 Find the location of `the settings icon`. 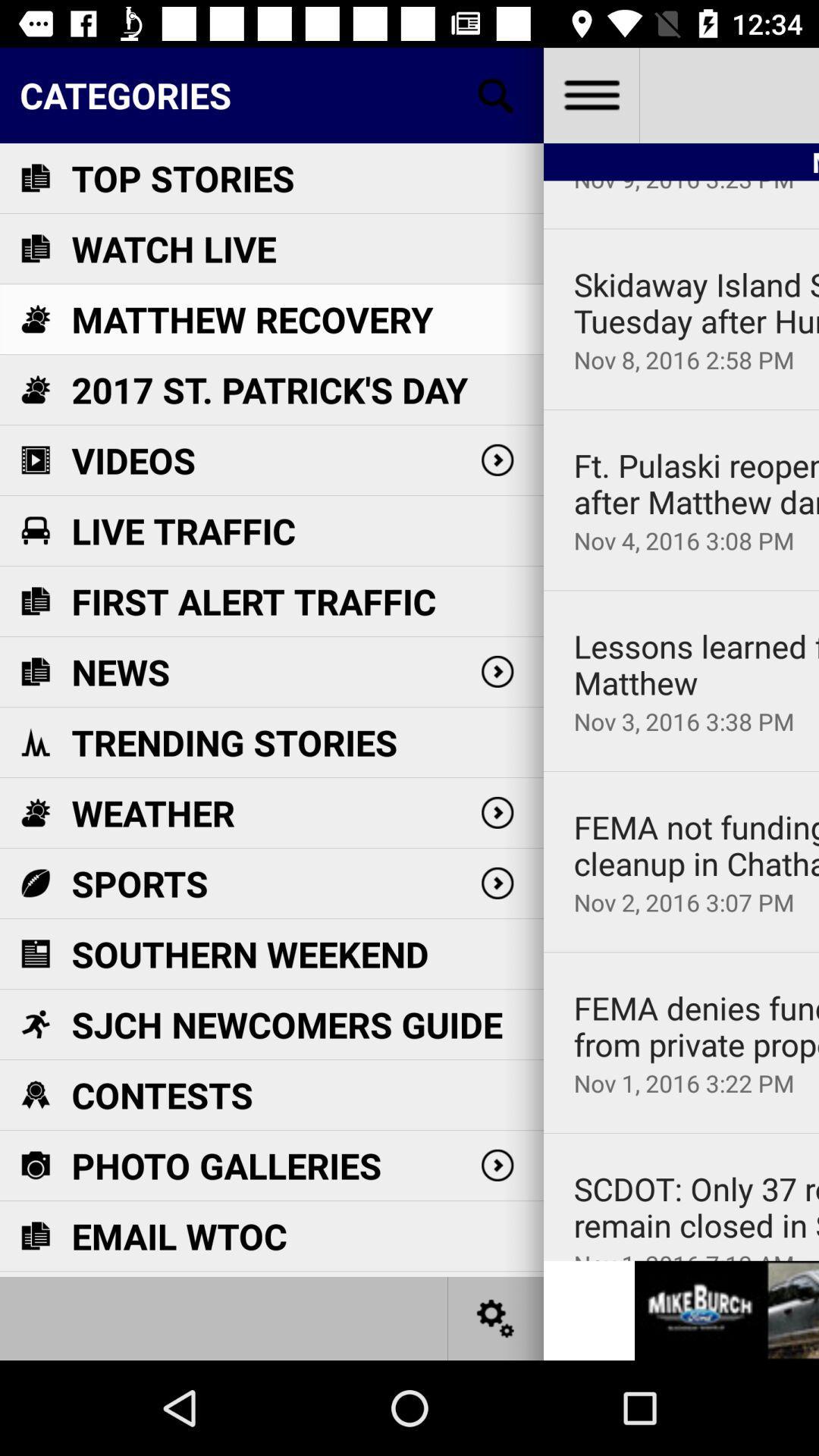

the settings icon is located at coordinates (496, 1317).